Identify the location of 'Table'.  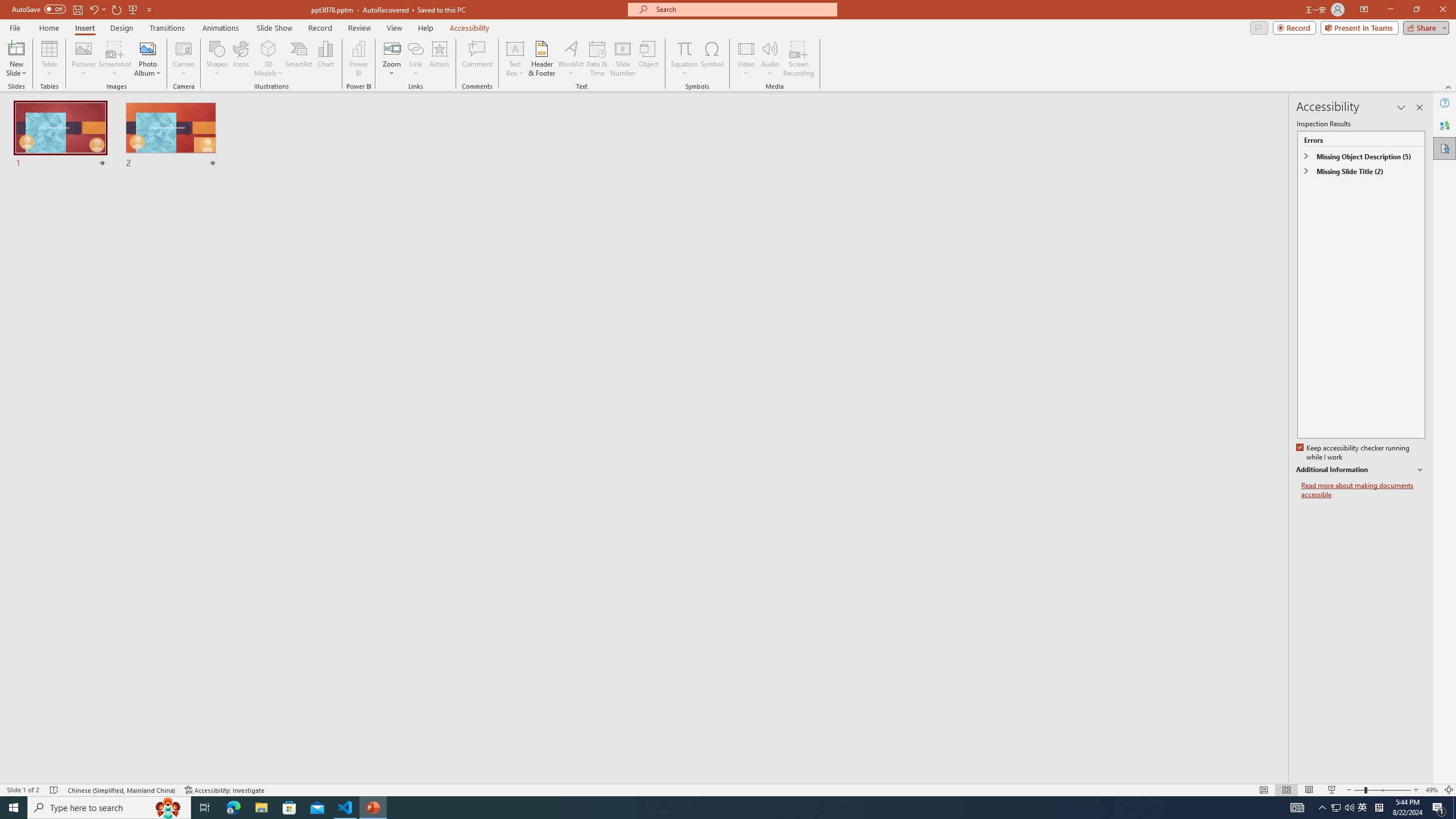
(49, 59).